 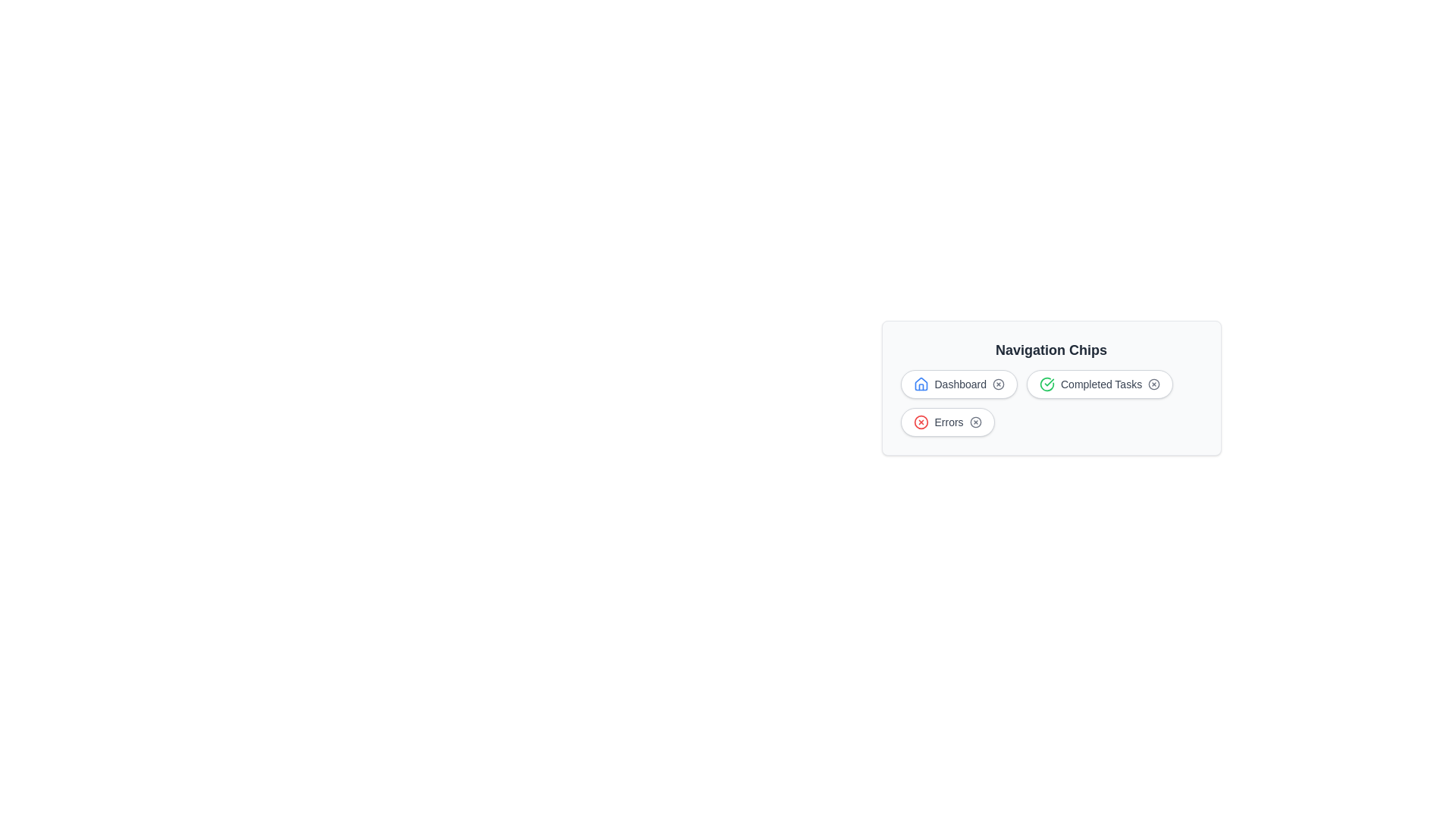 What do you see at coordinates (958, 383) in the screenshot?
I see `the text label of the chip labeled Dashboard` at bounding box center [958, 383].